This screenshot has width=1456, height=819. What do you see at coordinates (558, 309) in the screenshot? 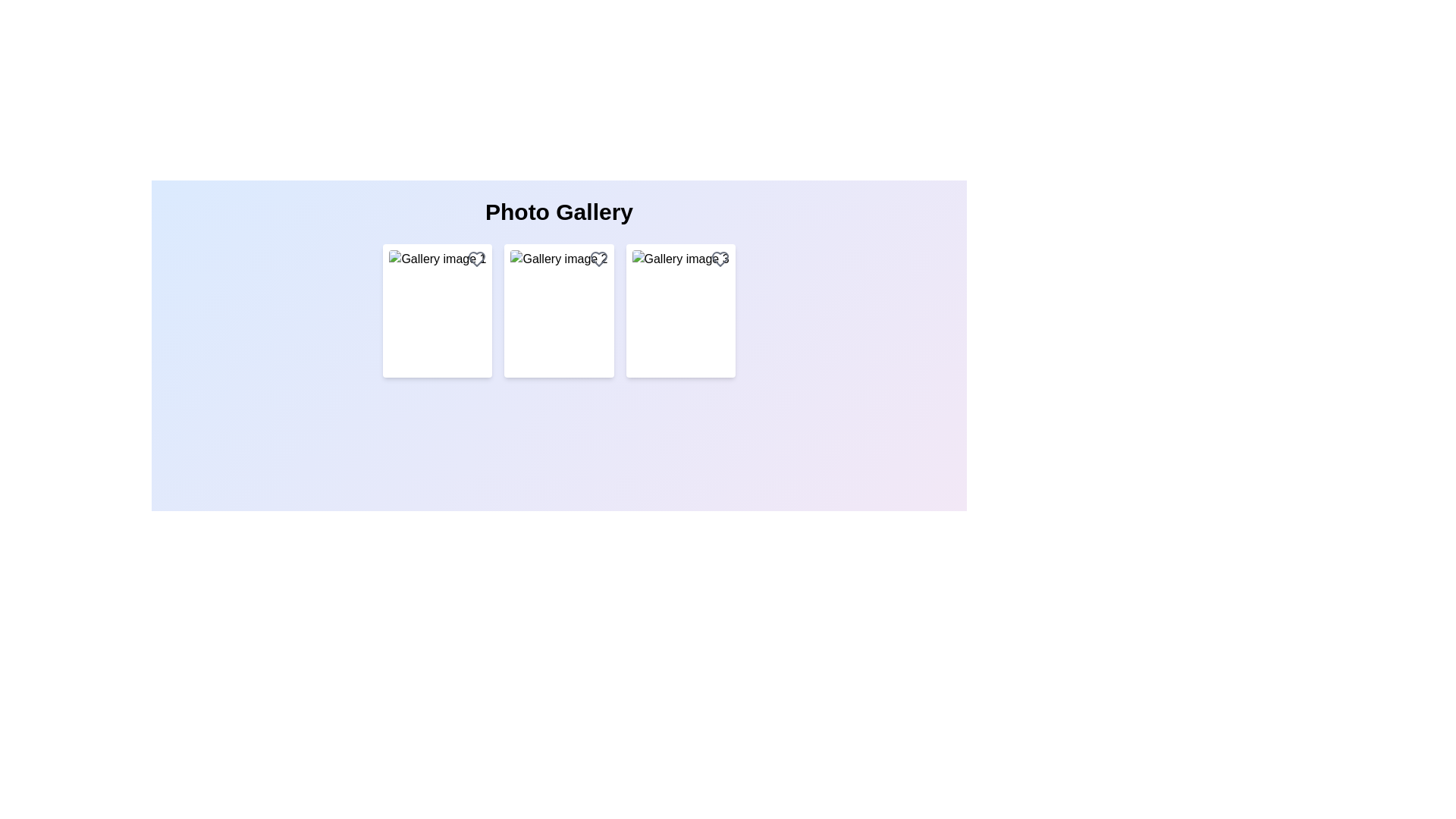
I see `the preview image in the gallery` at bounding box center [558, 309].